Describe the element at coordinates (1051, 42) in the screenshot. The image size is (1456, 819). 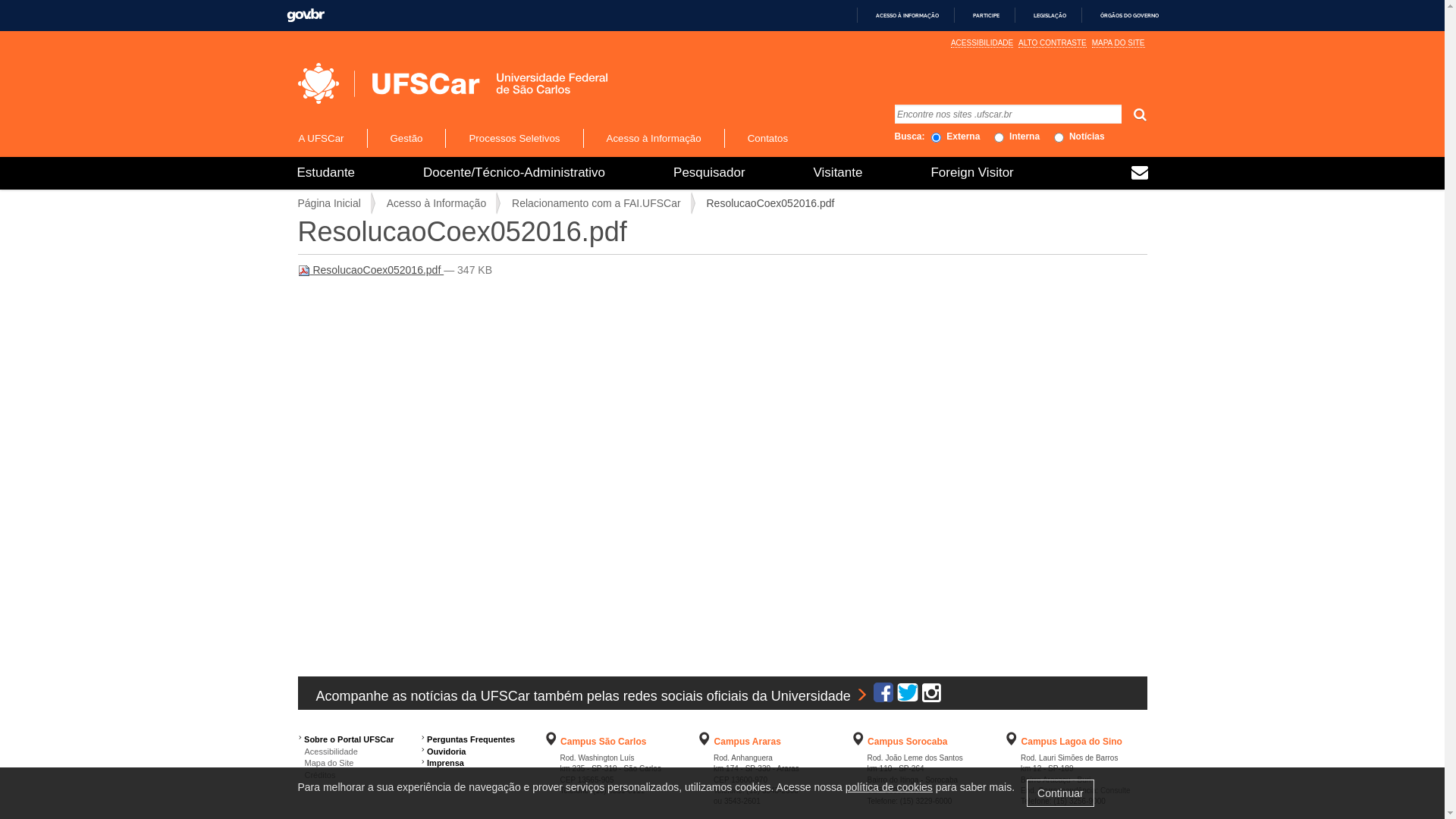
I see `'ALTO CONTRASTE'` at that location.